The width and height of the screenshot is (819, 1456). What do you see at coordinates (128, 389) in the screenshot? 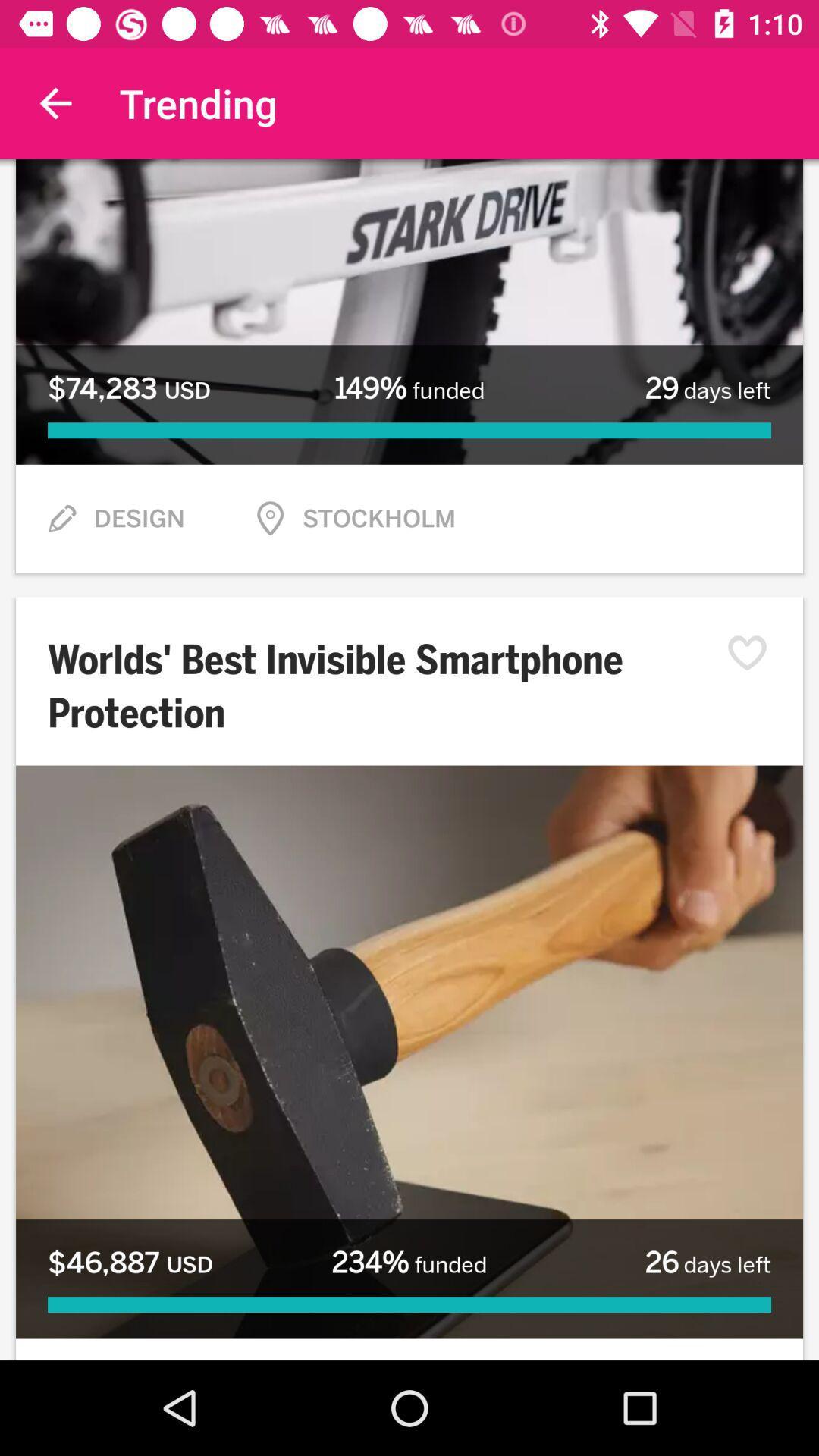
I see `item to the left of 149% funded item` at bounding box center [128, 389].